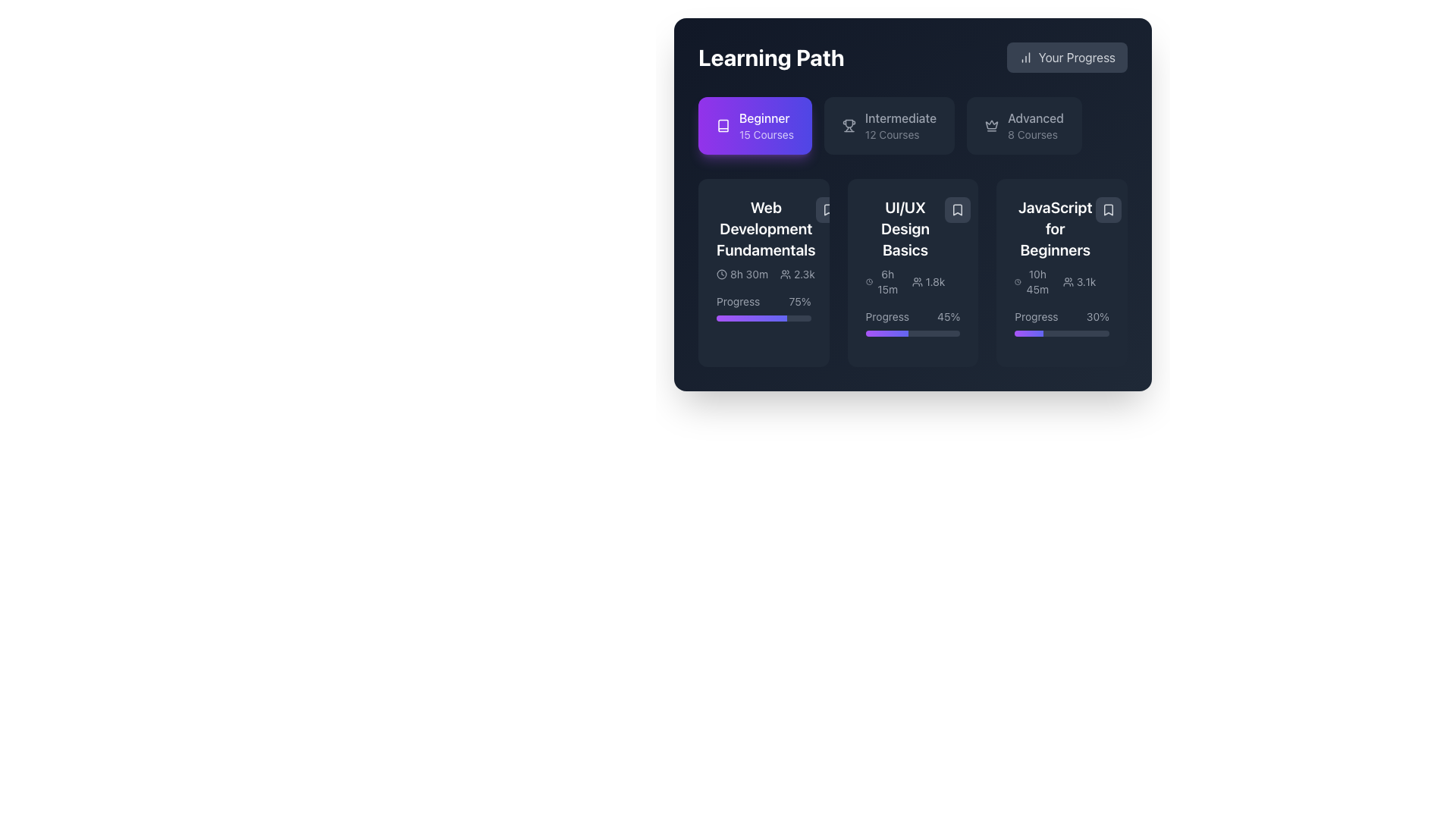 Image resolution: width=1456 pixels, height=819 pixels. I want to click on the progress bar segment that is a rectangular indicator styled with a gradient from purple to indigo, representing a 30% fill, located in the last column of the course cards grid under the 'Progress: 30%' label for 'JavaScript for Beginners', so click(1029, 332).